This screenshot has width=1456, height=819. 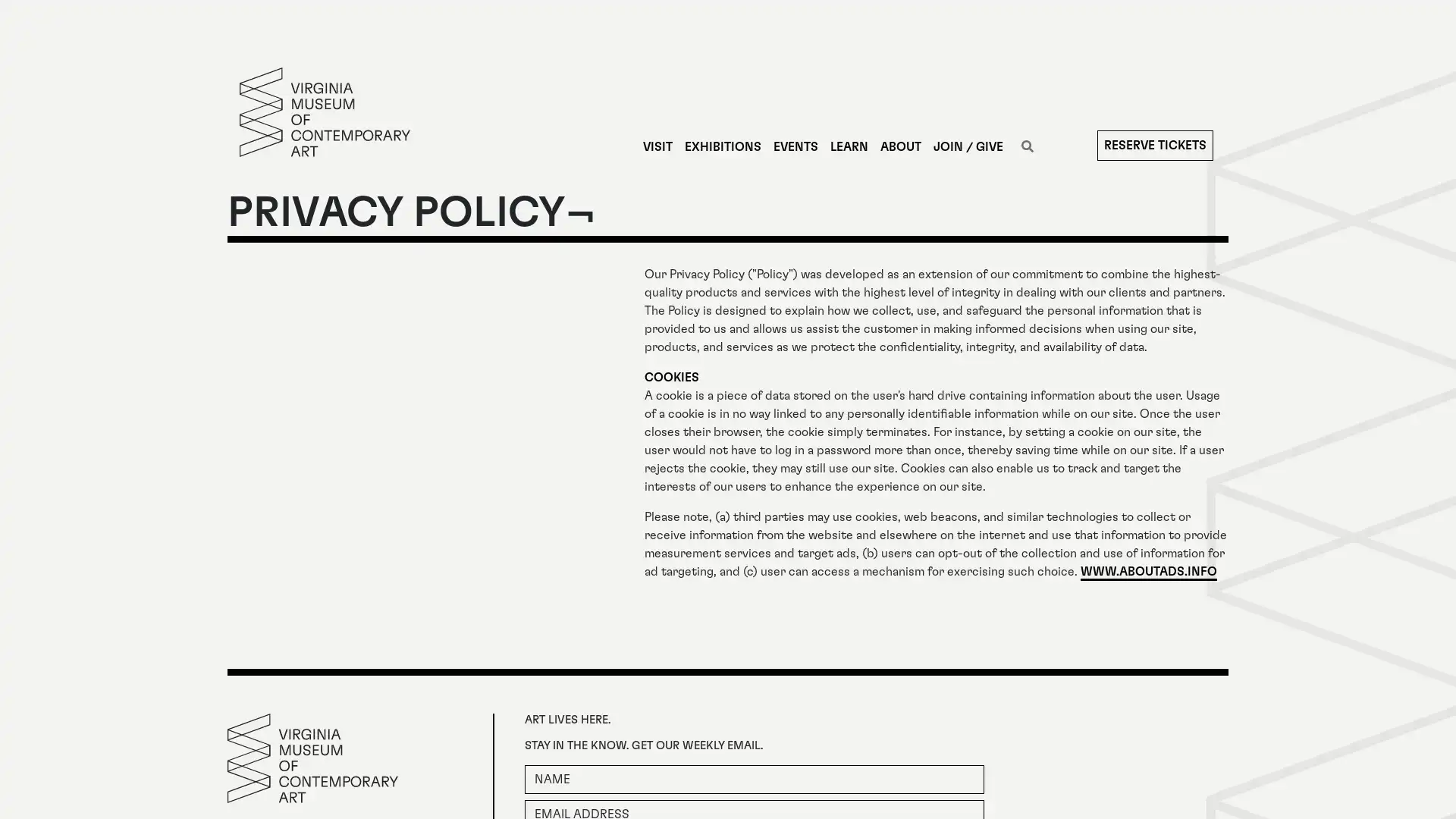 What do you see at coordinates (847, 146) in the screenshot?
I see `LEARN` at bounding box center [847, 146].